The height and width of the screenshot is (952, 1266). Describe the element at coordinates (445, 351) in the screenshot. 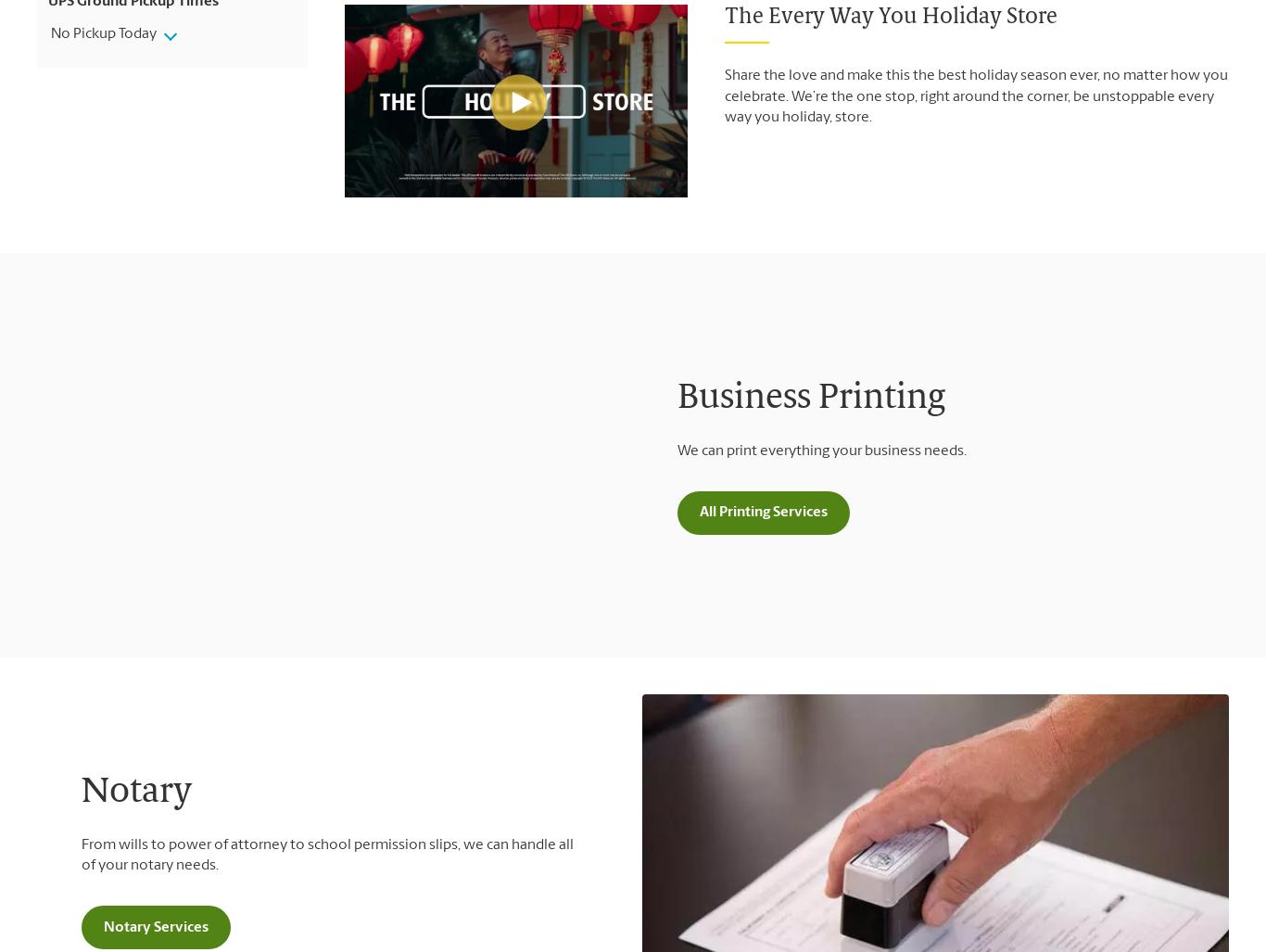

I see `'Samsung Pay'` at that location.